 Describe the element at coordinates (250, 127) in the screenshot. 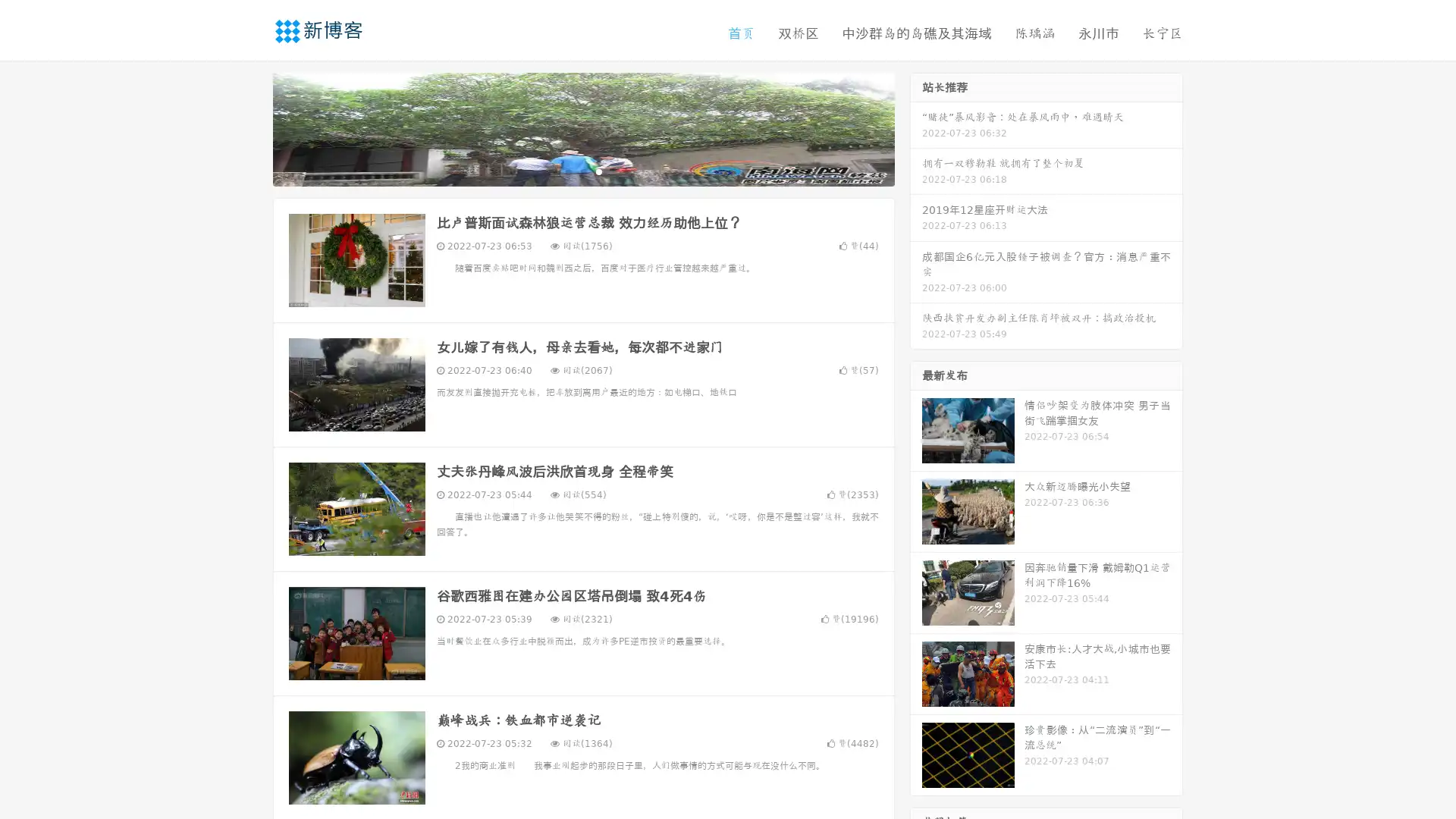

I see `Previous slide` at that location.